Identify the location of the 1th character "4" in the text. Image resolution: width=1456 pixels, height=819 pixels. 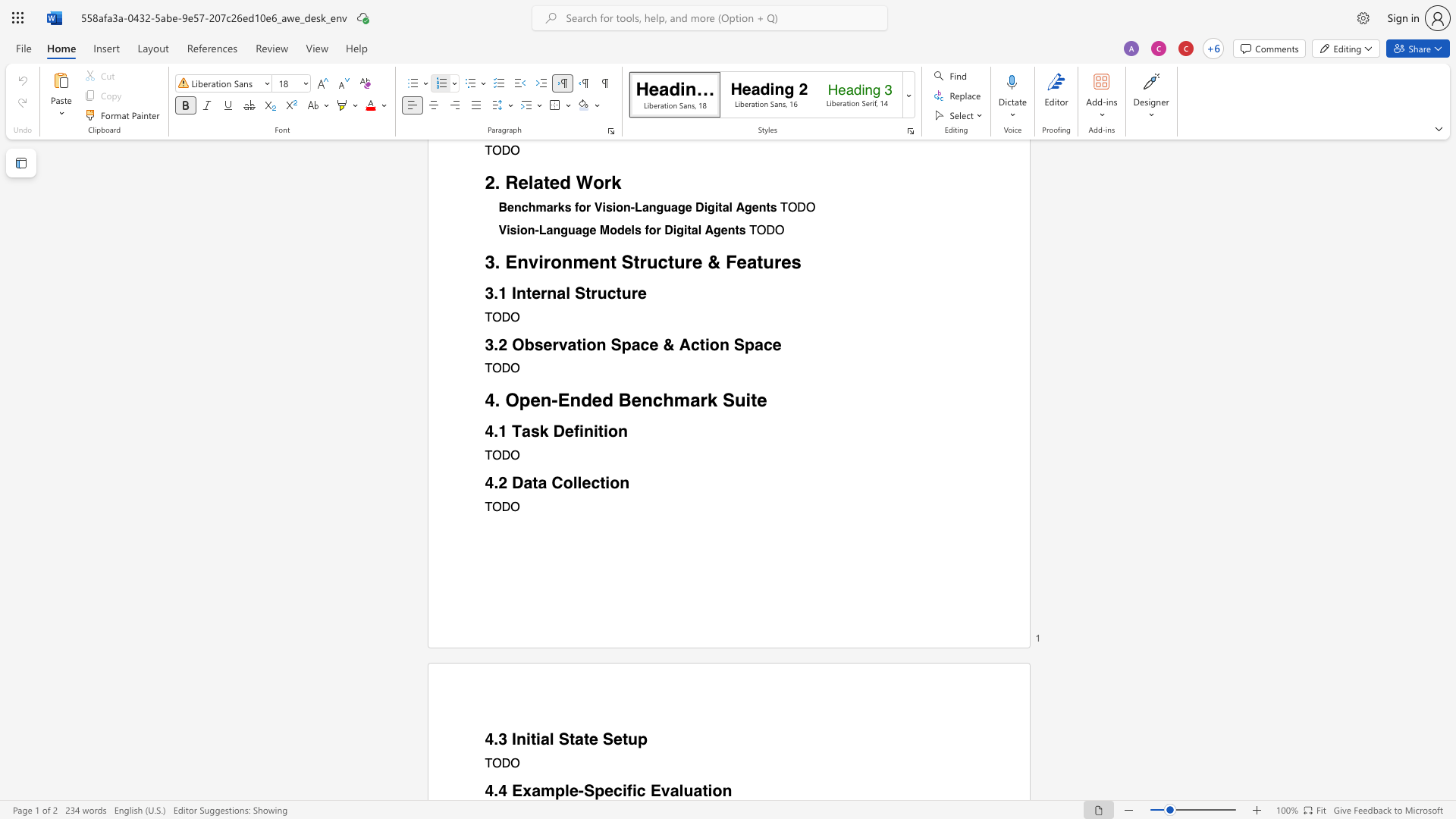
(489, 790).